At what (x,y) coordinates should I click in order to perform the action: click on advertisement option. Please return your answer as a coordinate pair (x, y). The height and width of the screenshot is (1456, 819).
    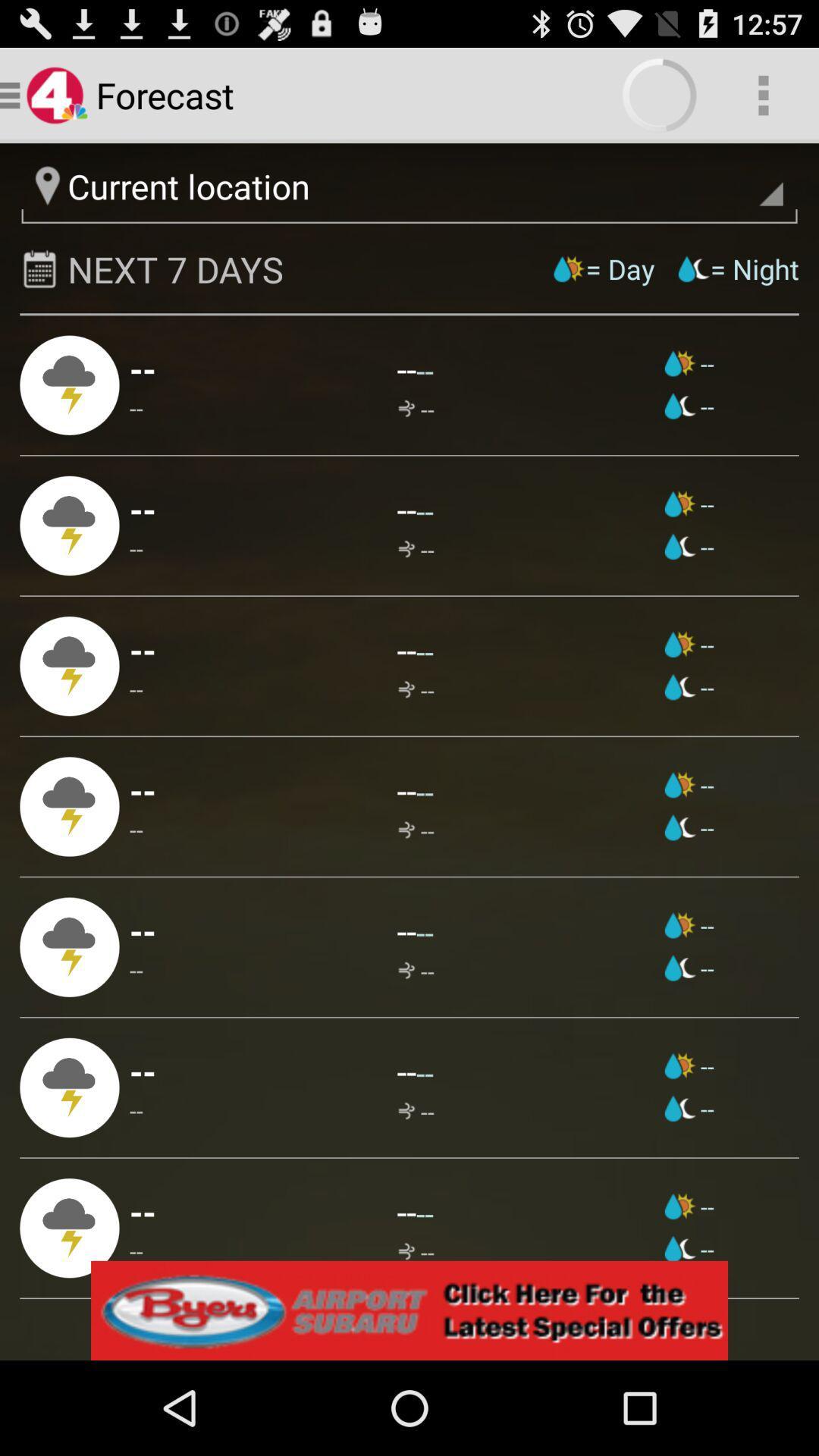
    Looking at the image, I should click on (409, 1310).